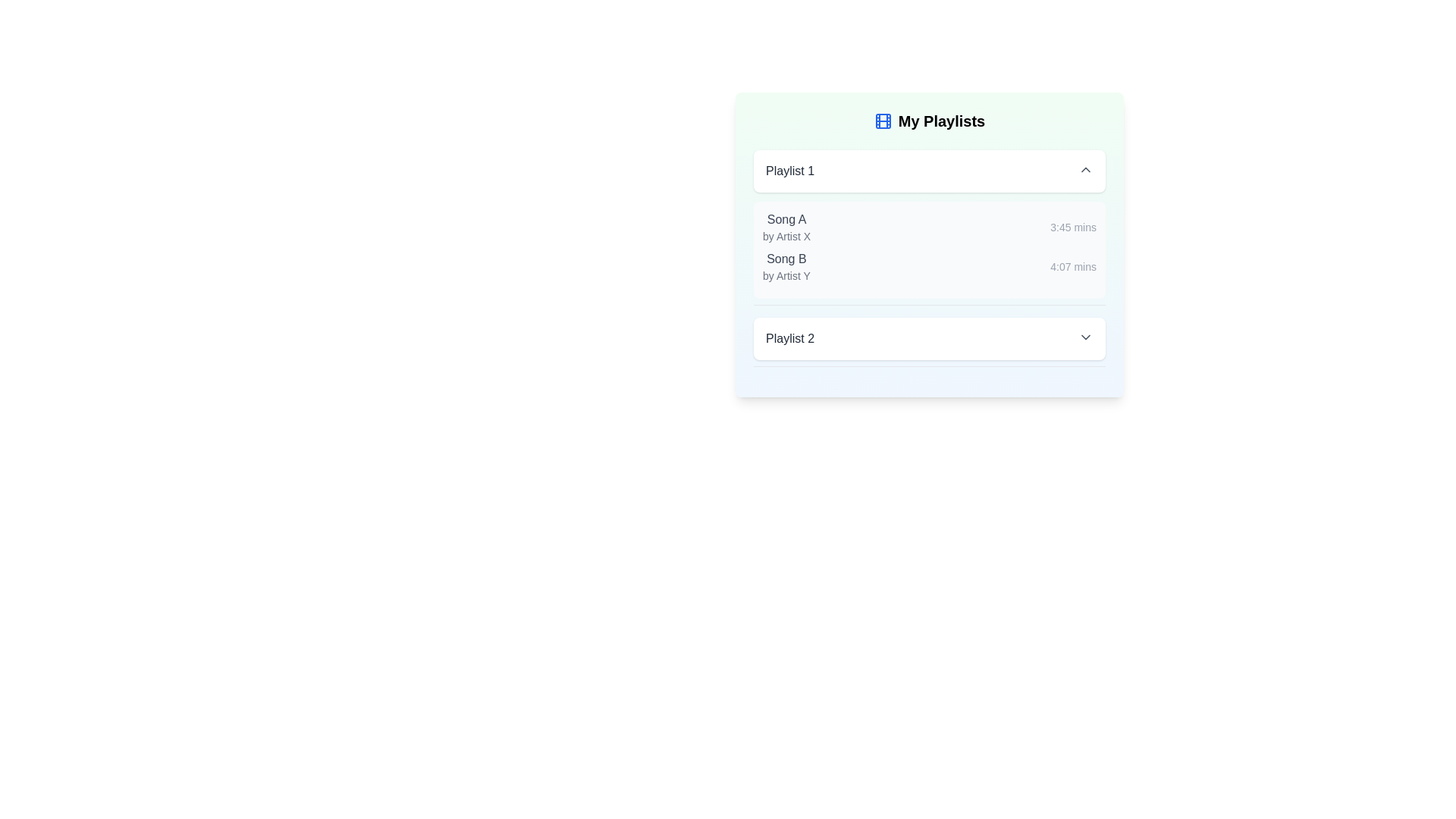 This screenshot has width=1456, height=819. What do you see at coordinates (1084, 336) in the screenshot?
I see `the downward-pointing chevron SVG icon, which has a black outline and is located to the right of the text label 'Playlist 2'` at bounding box center [1084, 336].